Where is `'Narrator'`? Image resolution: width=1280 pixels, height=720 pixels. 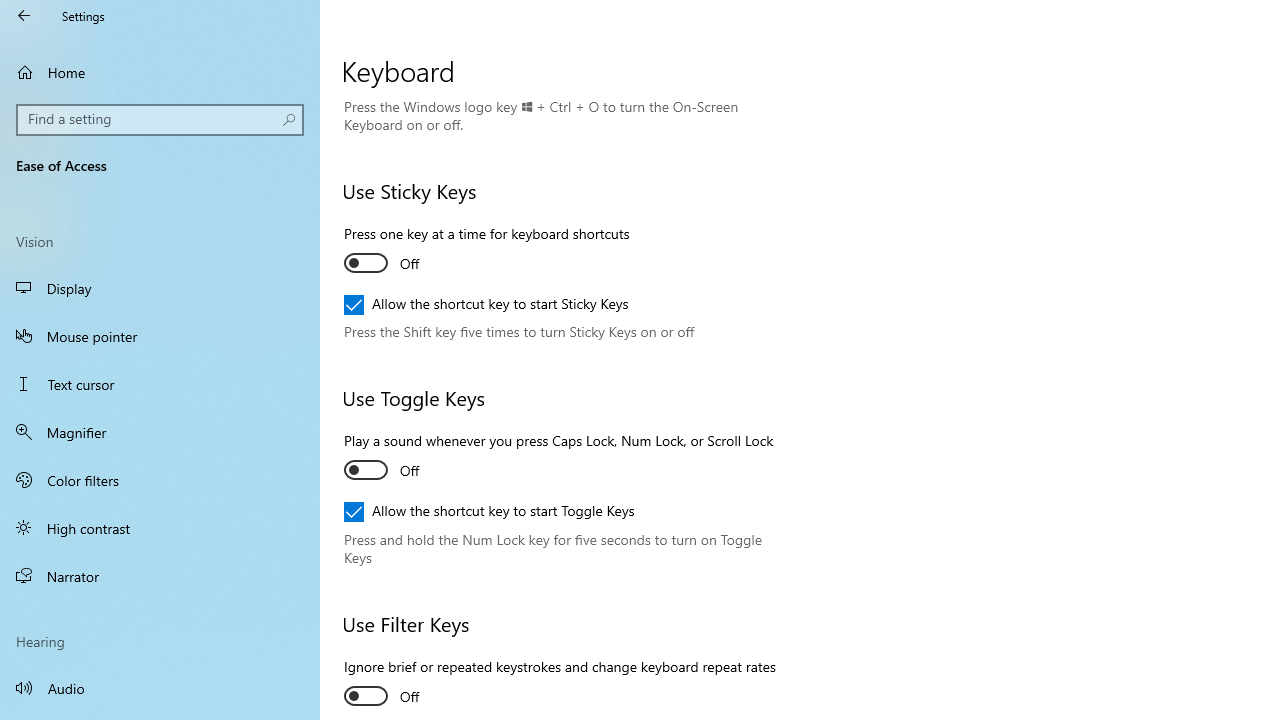
'Narrator' is located at coordinates (160, 576).